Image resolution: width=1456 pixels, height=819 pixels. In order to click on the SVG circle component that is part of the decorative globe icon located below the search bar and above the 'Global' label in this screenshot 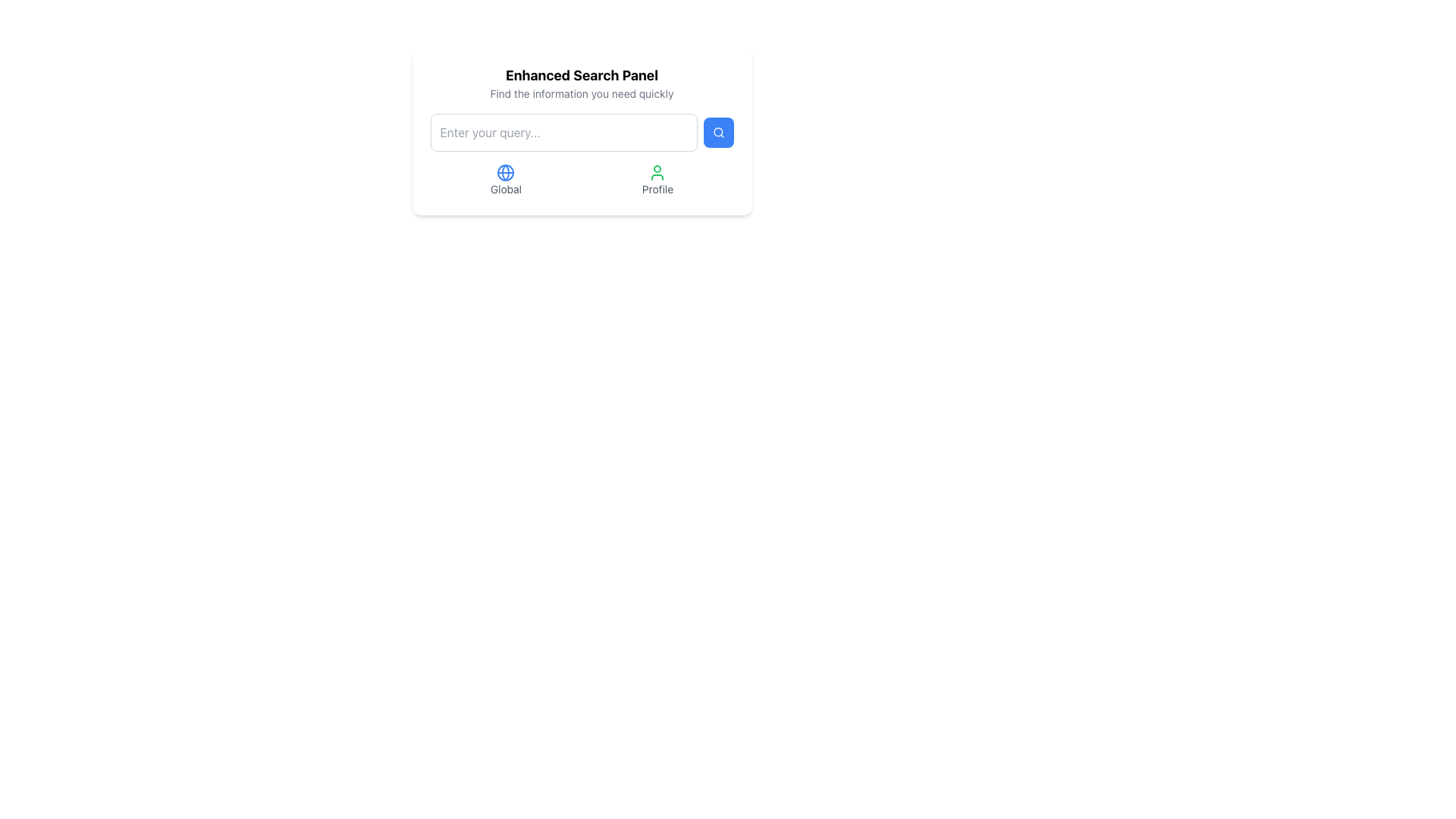, I will do `click(506, 171)`.